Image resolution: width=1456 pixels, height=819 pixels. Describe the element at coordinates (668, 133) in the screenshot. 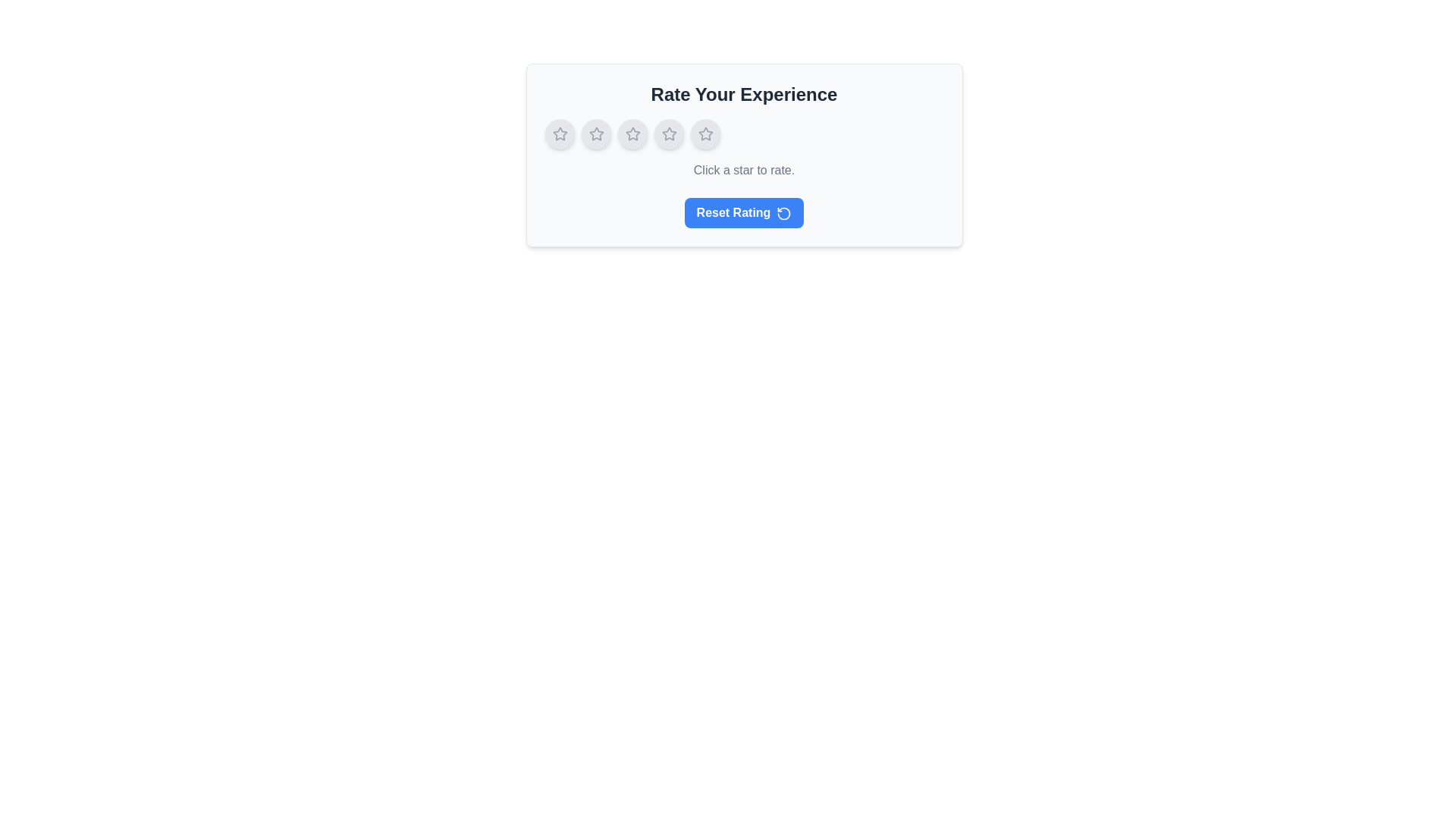

I see `the third star in the rating system located underneath the text 'Rate Your Experience'` at that location.